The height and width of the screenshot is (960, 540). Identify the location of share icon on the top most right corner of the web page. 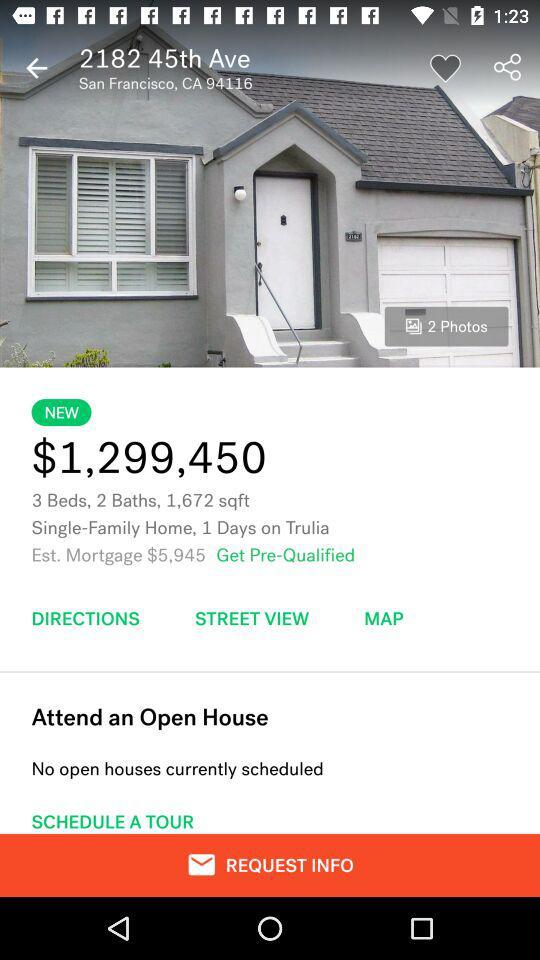
(508, 68).